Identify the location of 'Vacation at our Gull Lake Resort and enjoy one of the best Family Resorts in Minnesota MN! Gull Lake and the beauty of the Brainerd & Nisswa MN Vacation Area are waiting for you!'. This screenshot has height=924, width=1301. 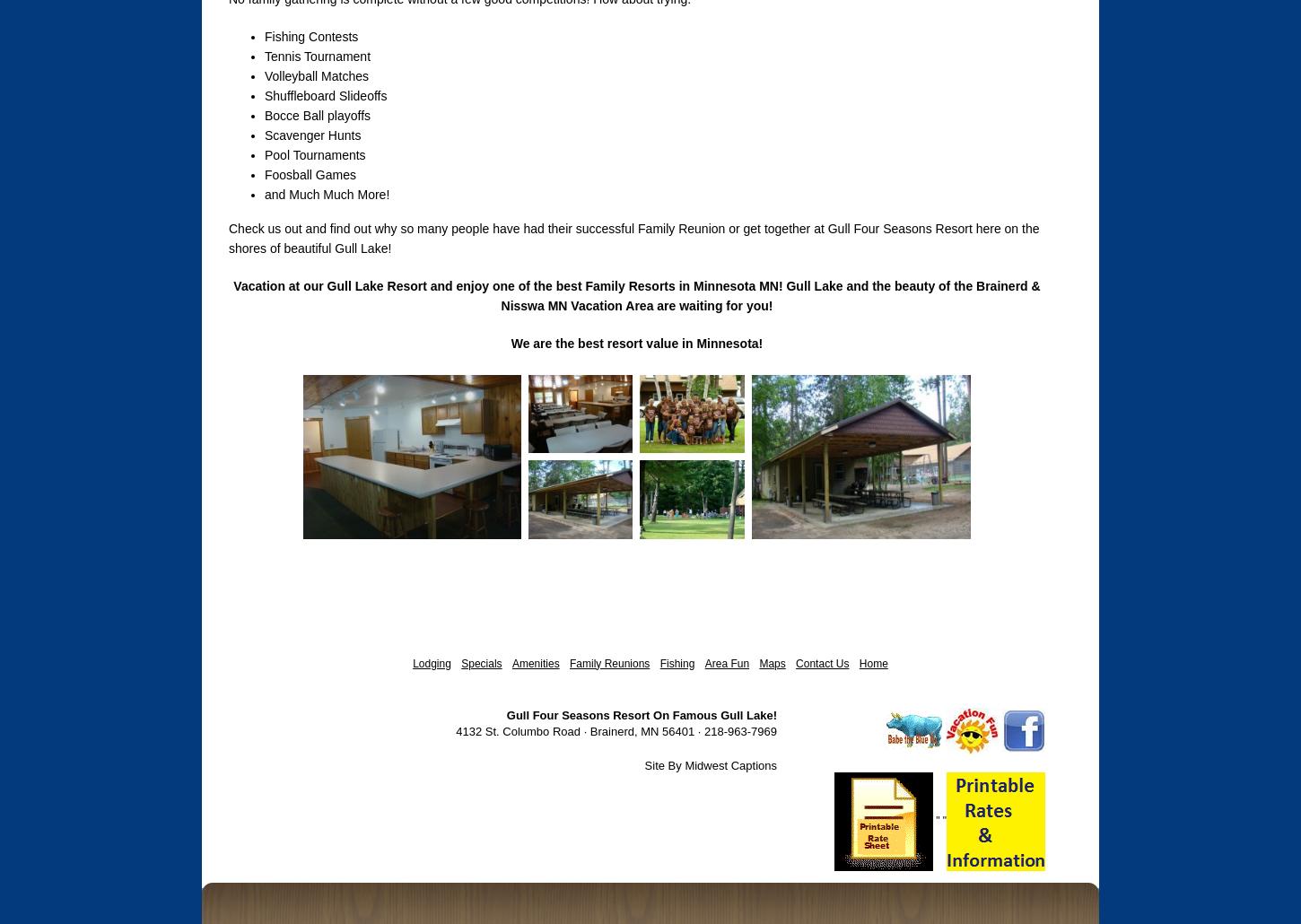
(635, 295).